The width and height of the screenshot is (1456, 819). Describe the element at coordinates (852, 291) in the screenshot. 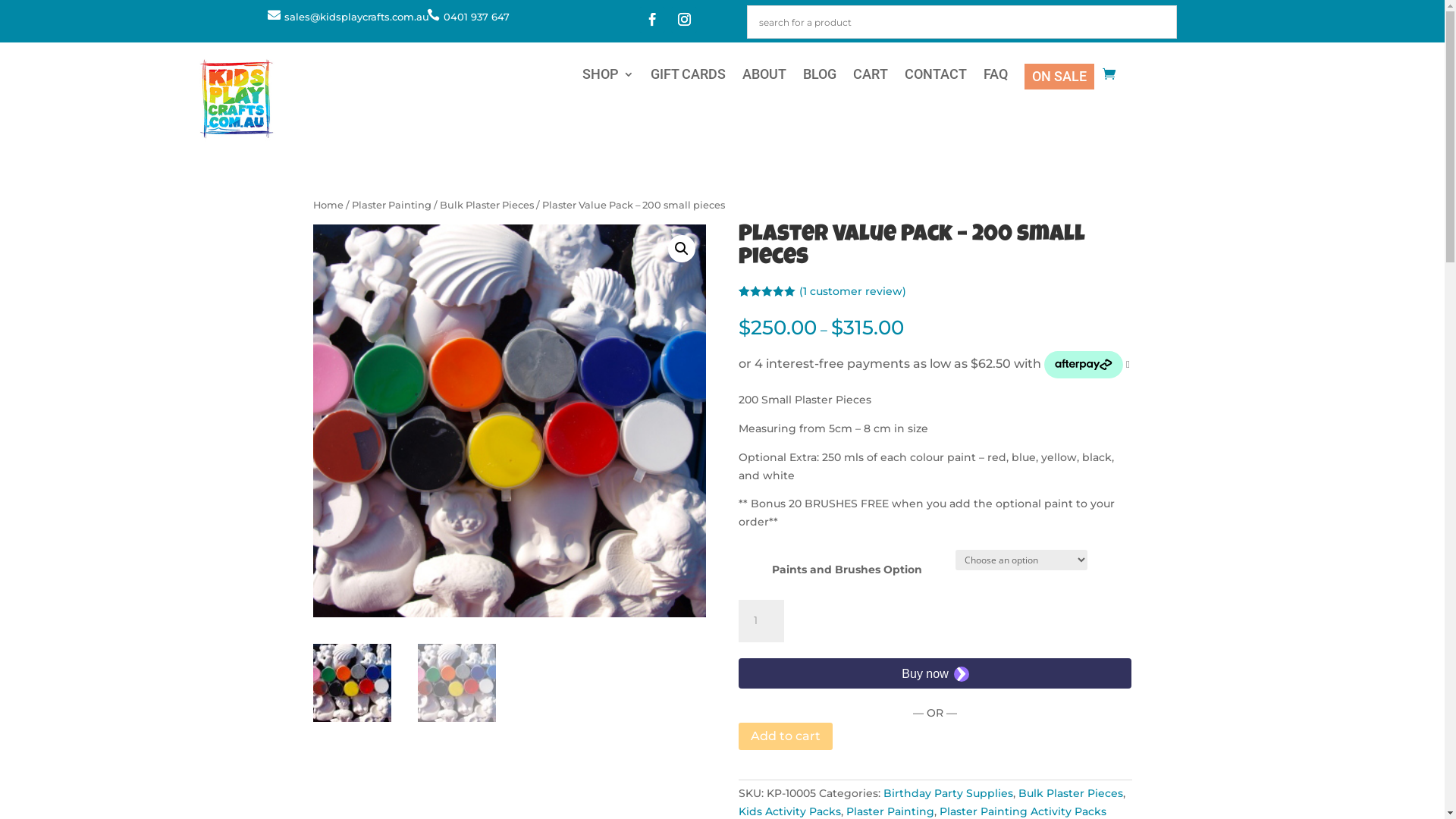

I see `'(1 customer review)'` at that location.